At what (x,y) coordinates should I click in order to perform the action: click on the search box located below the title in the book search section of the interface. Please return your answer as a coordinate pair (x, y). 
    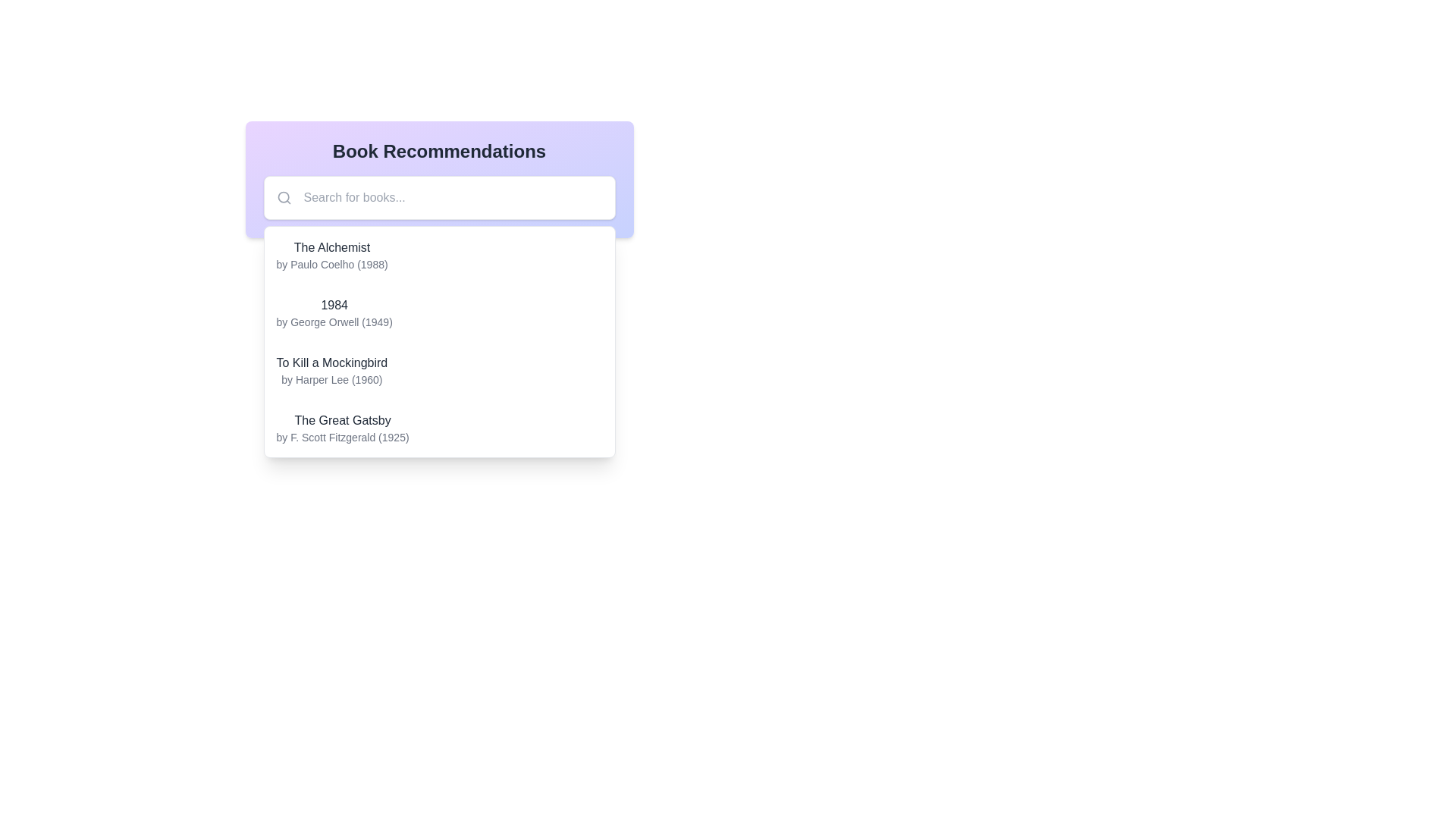
    Looking at the image, I should click on (438, 178).